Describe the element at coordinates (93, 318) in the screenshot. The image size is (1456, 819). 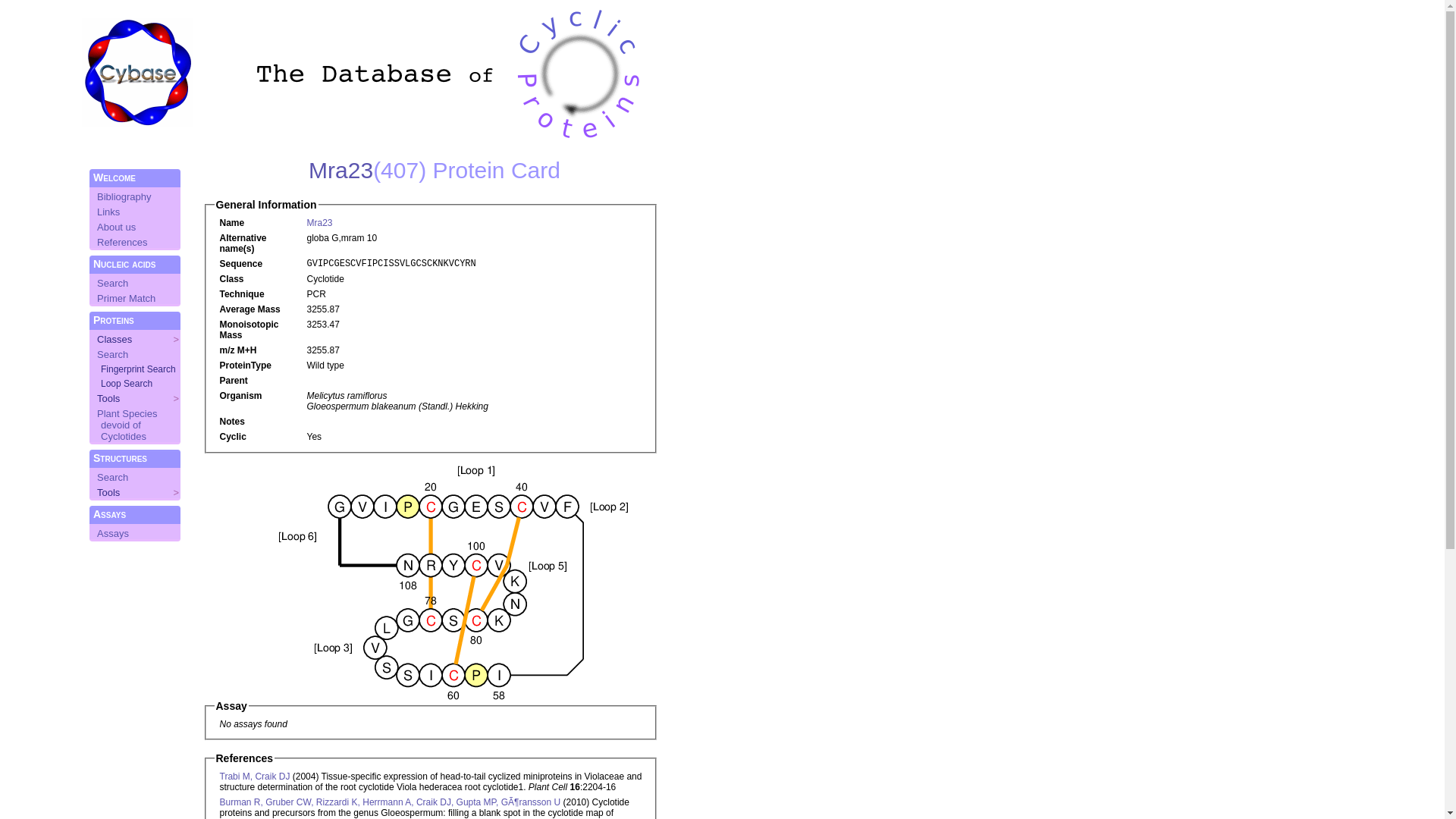
I see `'Proteins'` at that location.